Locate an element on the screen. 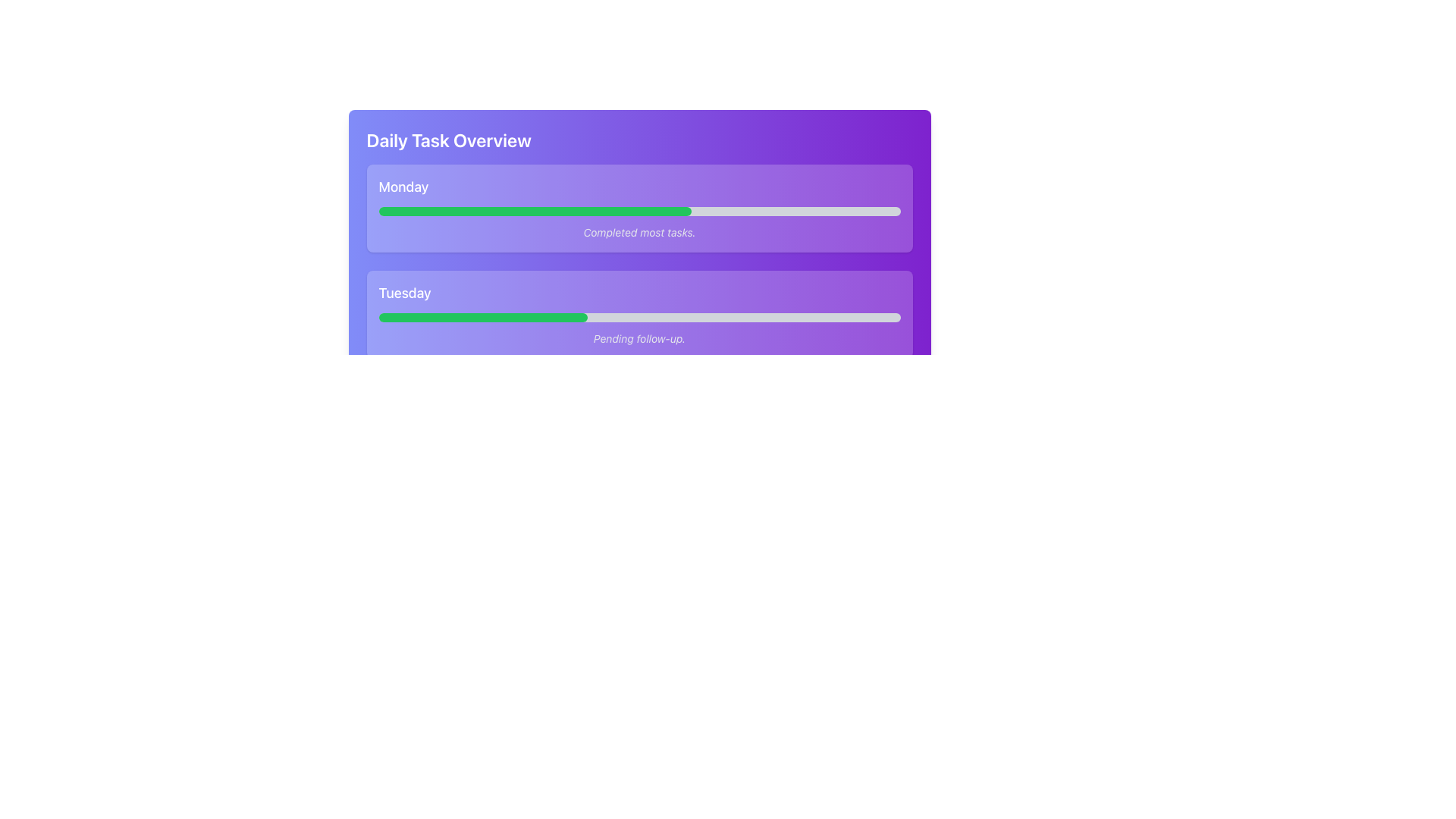 The height and width of the screenshot is (819, 1456). the Progress Bar labeled 'Pending follow-up' in the 'Tuesday' card of the 'Daily Task Overview' section, which is styled with a light gray background and has a green fill indicating 40% completion is located at coordinates (639, 317).